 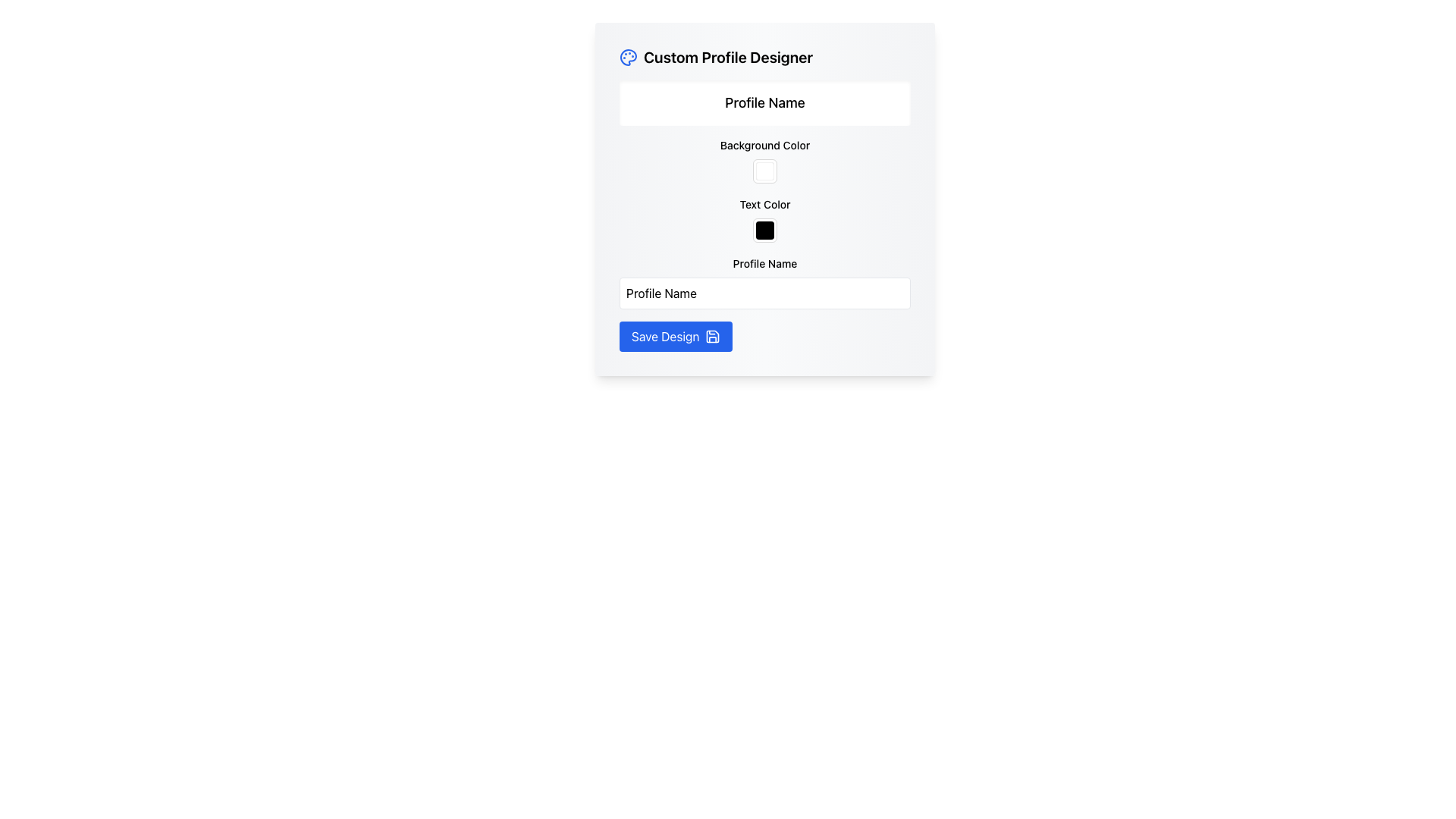 I want to click on the 'Profile Name' text label, which is displayed in bold black font and positioned above an input field in the bottom-middle section of the form, so click(x=764, y=262).